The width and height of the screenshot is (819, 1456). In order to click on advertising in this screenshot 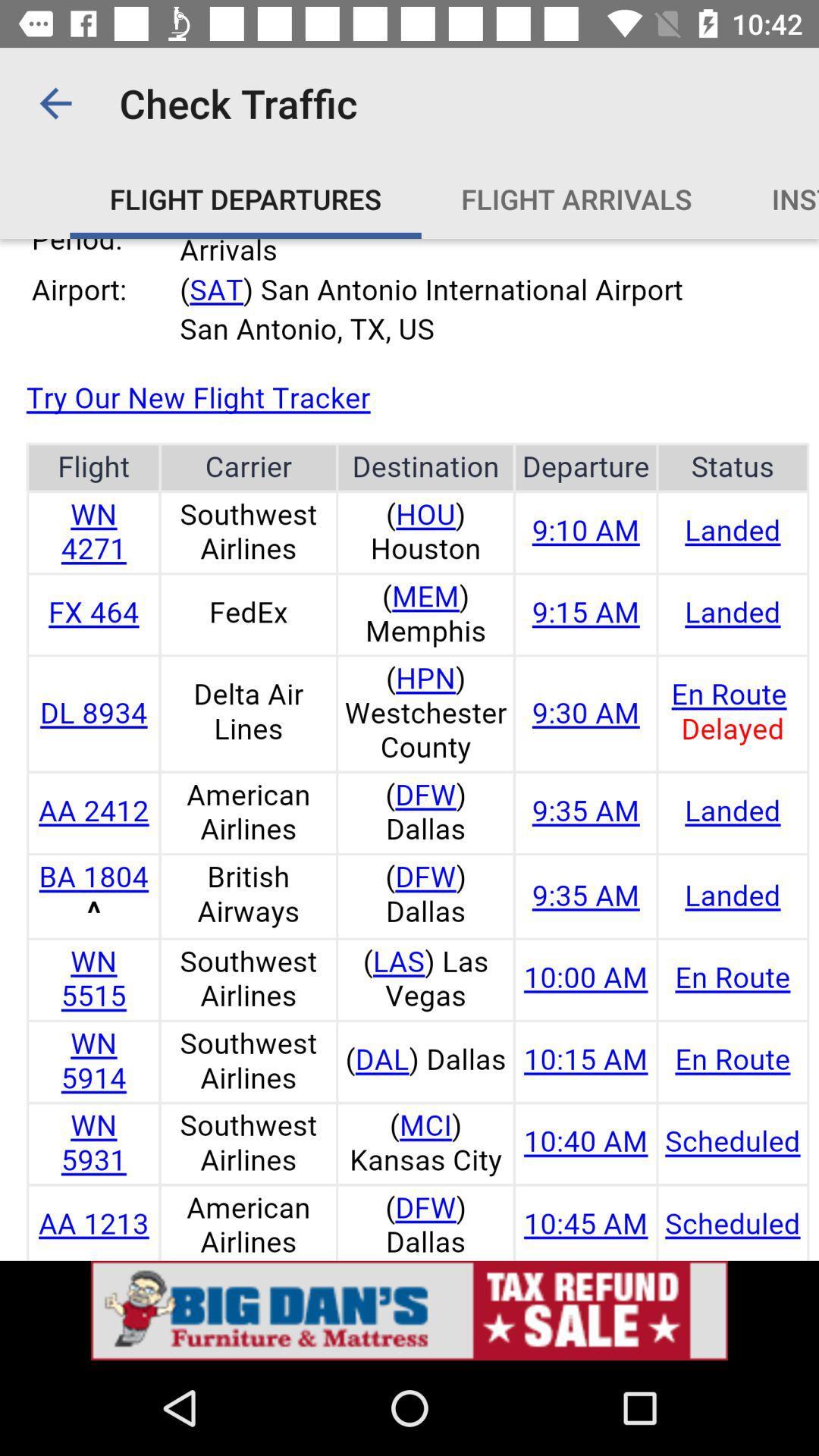, I will do `click(409, 1310)`.